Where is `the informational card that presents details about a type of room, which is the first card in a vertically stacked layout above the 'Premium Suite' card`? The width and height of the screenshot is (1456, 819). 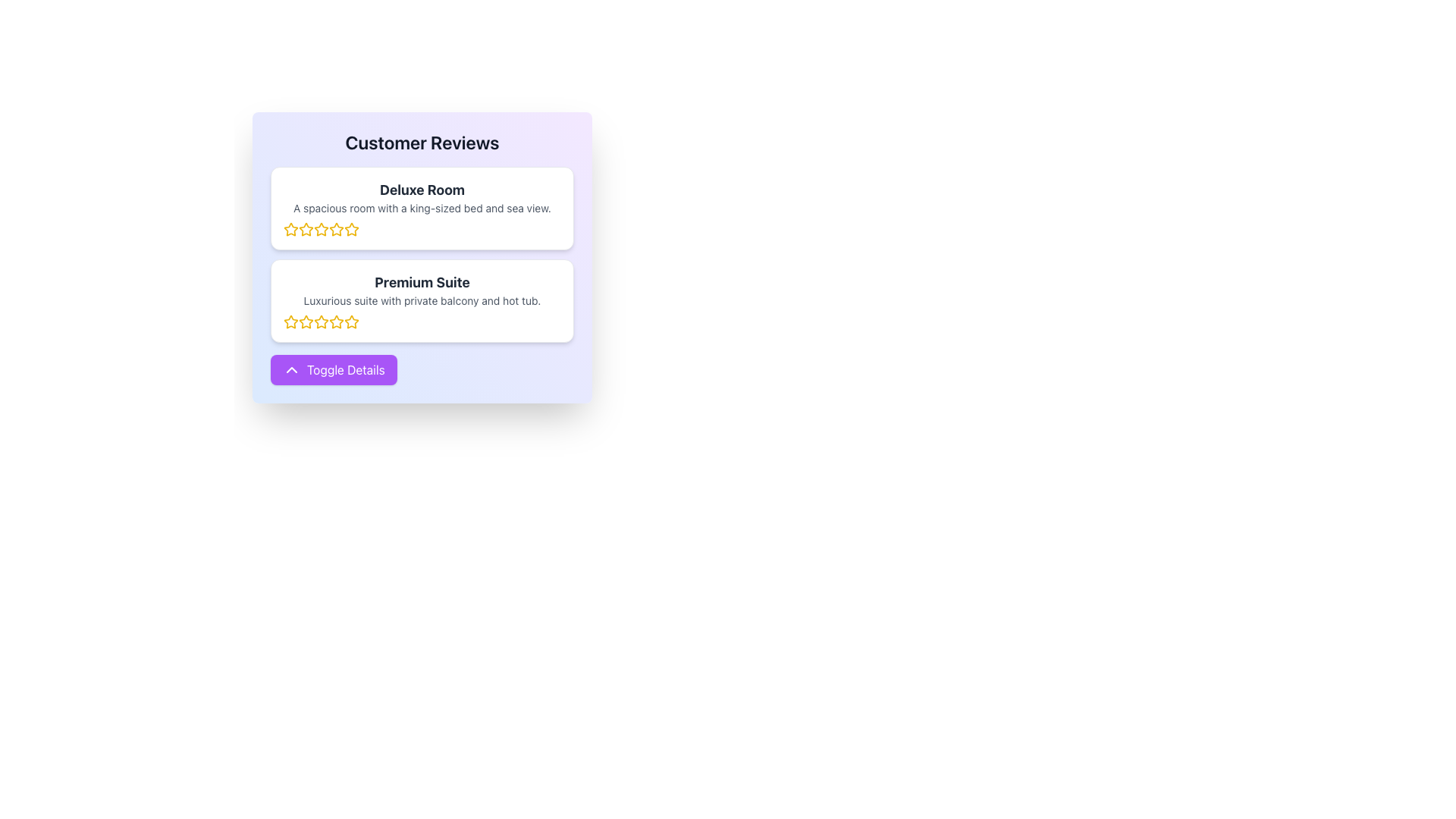 the informational card that presents details about a type of room, which is the first card in a vertically stacked layout above the 'Premium Suite' card is located at coordinates (422, 208).